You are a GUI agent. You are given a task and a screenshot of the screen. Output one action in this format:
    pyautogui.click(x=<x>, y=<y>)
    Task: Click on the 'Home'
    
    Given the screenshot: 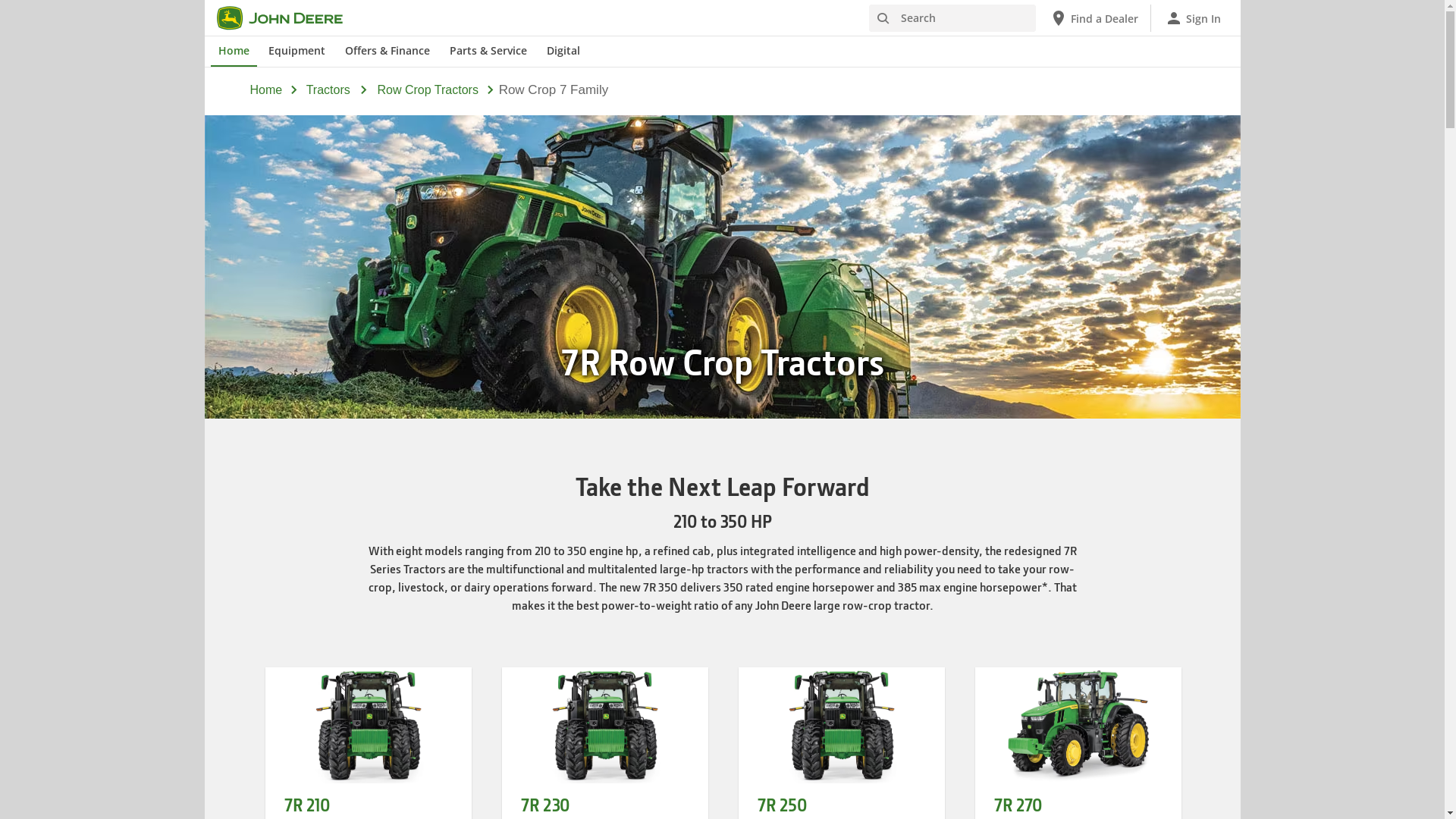 What is the action you would take?
    pyautogui.click(x=210, y=51)
    